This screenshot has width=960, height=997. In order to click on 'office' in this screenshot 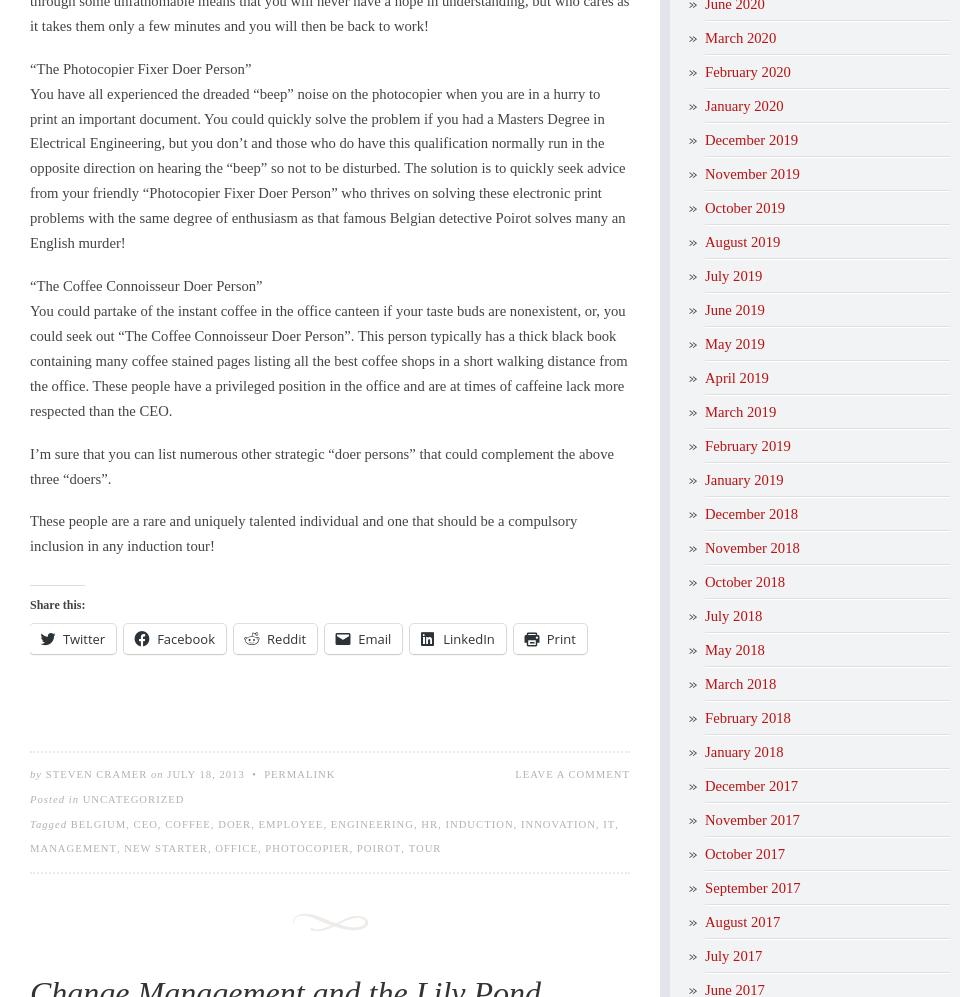, I will do `click(235, 848)`.